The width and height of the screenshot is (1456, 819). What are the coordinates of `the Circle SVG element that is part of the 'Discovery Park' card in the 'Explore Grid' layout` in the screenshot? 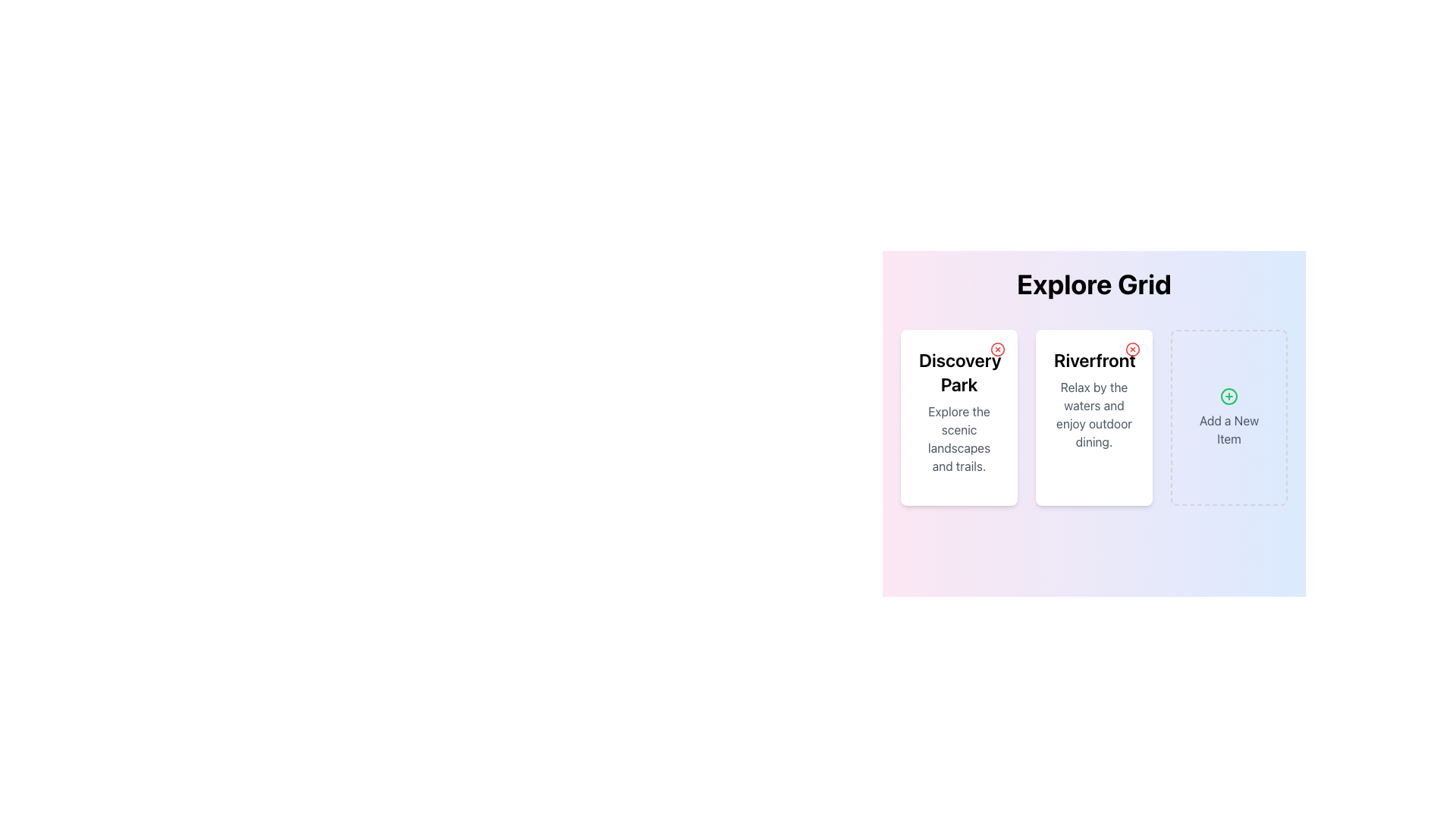 It's located at (997, 350).